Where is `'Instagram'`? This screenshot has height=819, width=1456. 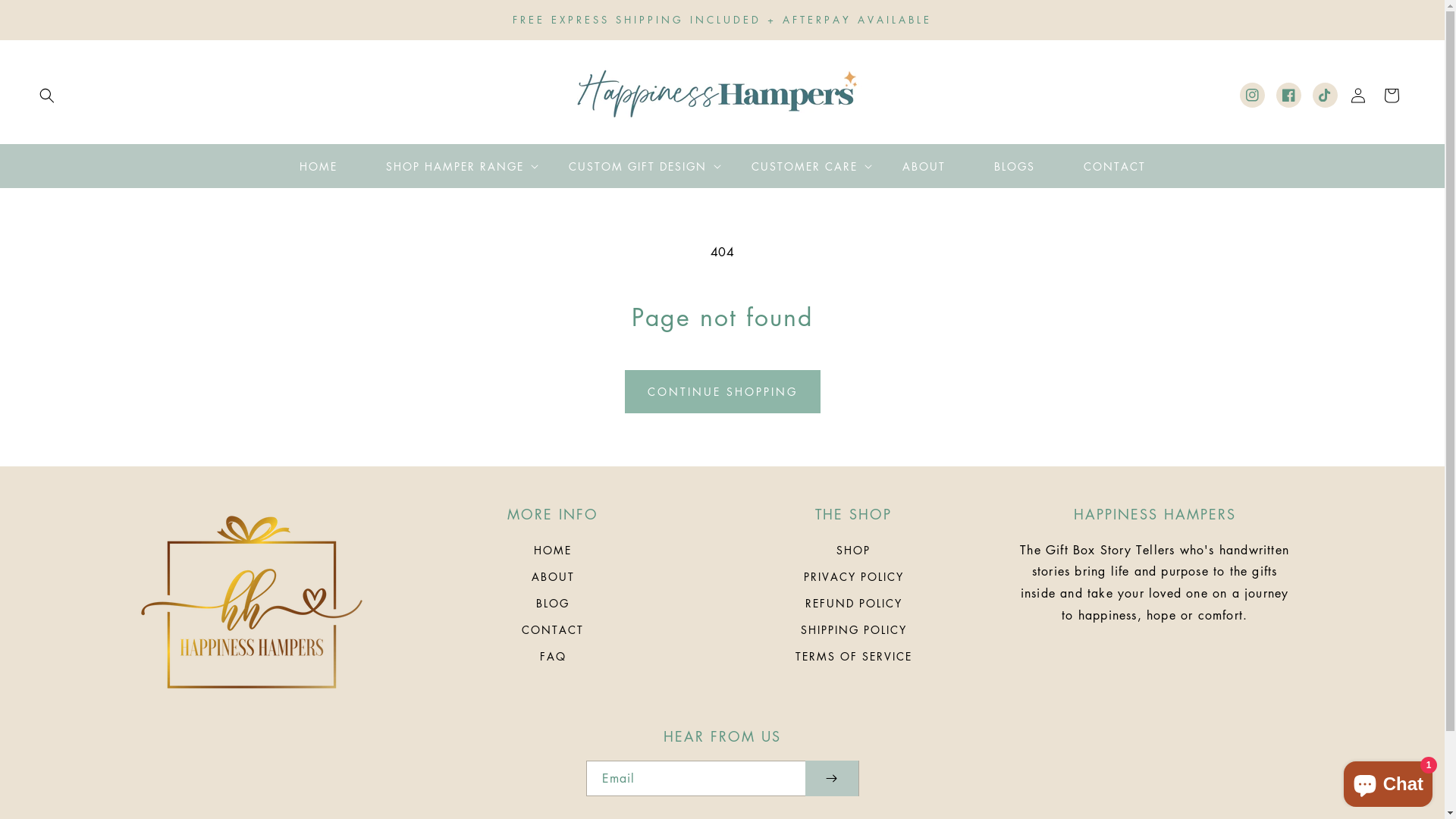
'Instagram' is located at coordinates (1240, 95).